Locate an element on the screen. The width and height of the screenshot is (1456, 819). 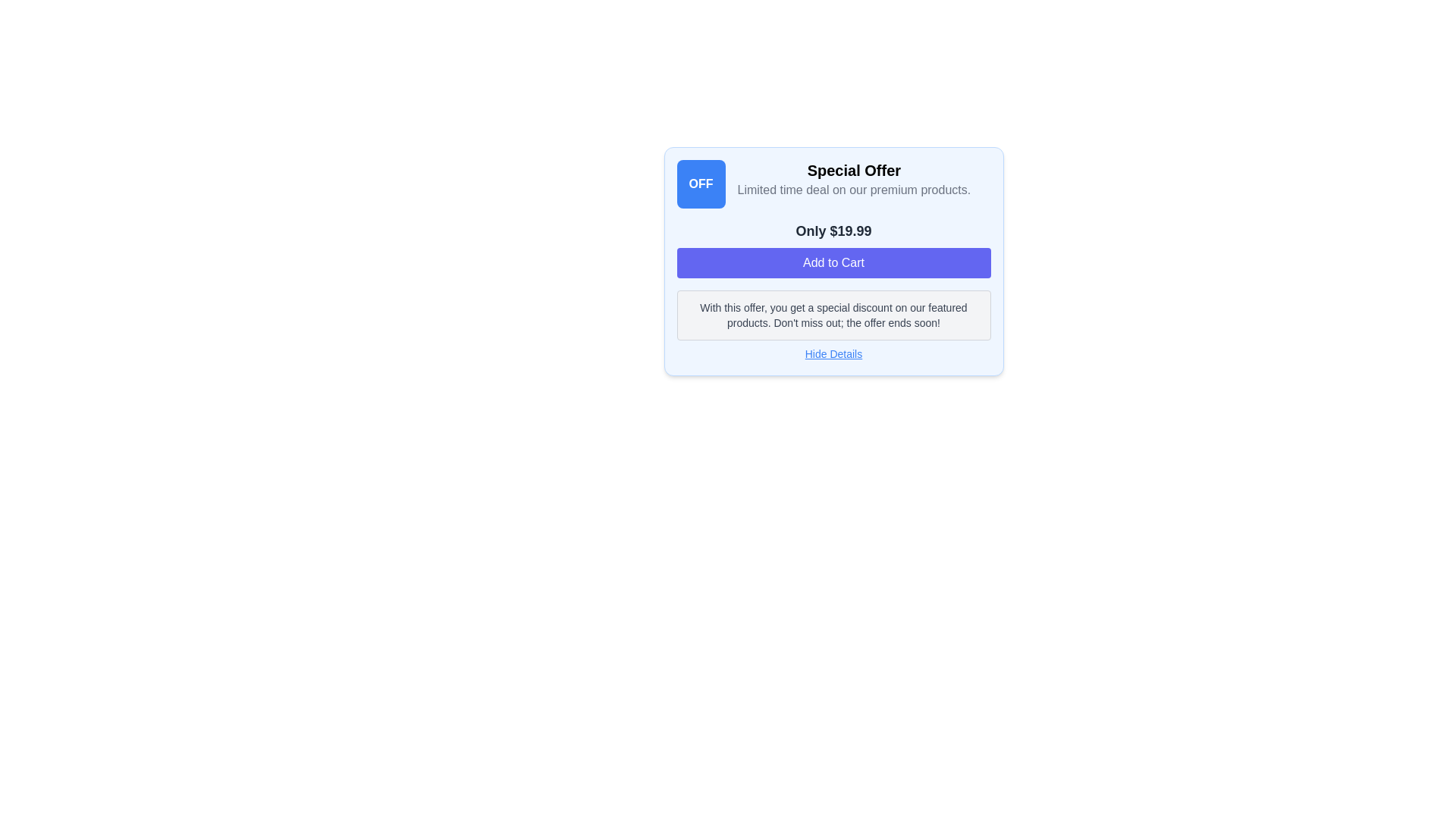
the Text content block that provides additional descriptive or promotional content related to the offer, positioned before the 'Hide Details' link and centered within the promotional box is located at coordinates (833, 315).